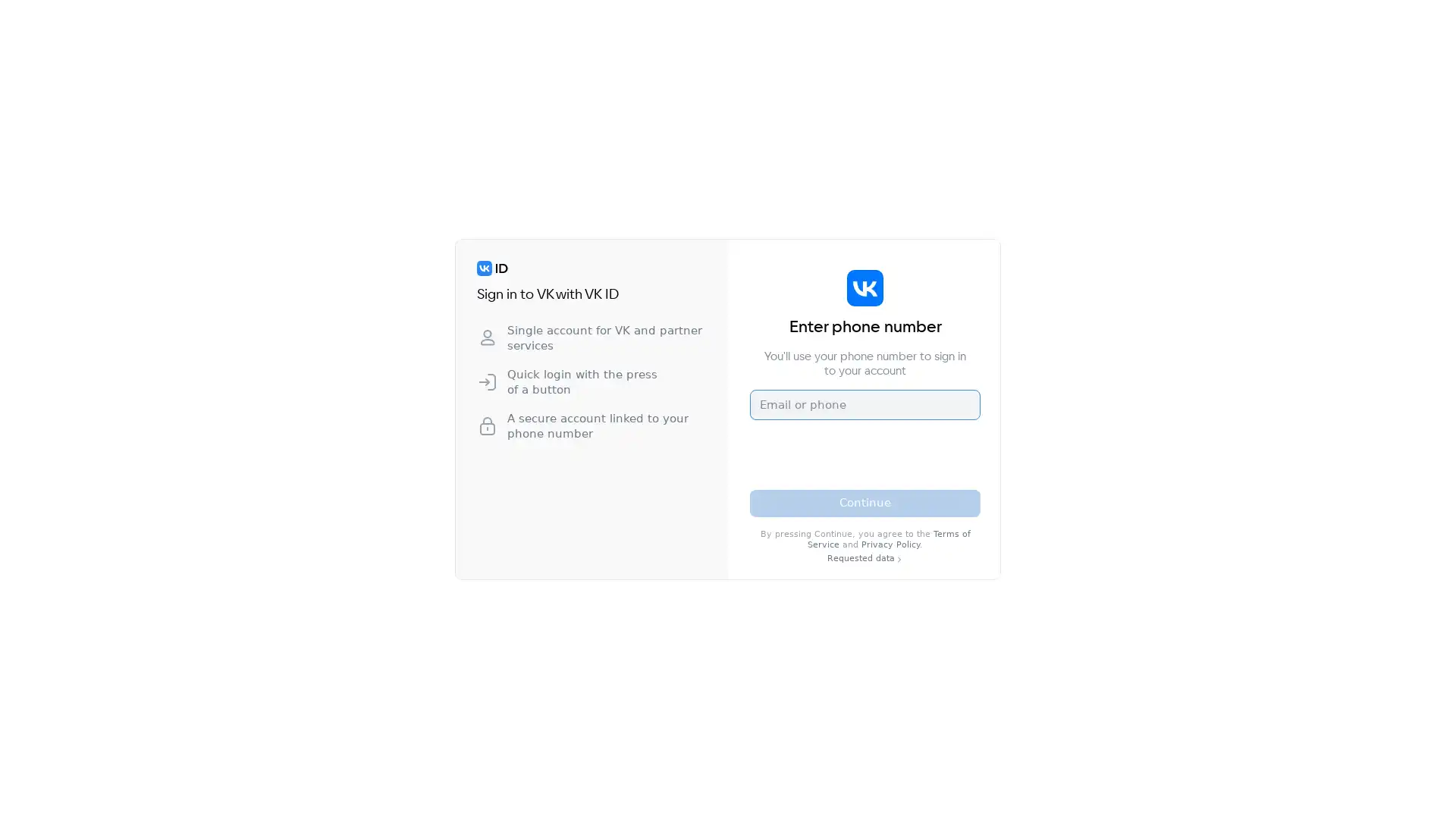  What do you see at coordinates (865, 503) in the screenshot?
I see `Continue` at bounding box center [865, 503].